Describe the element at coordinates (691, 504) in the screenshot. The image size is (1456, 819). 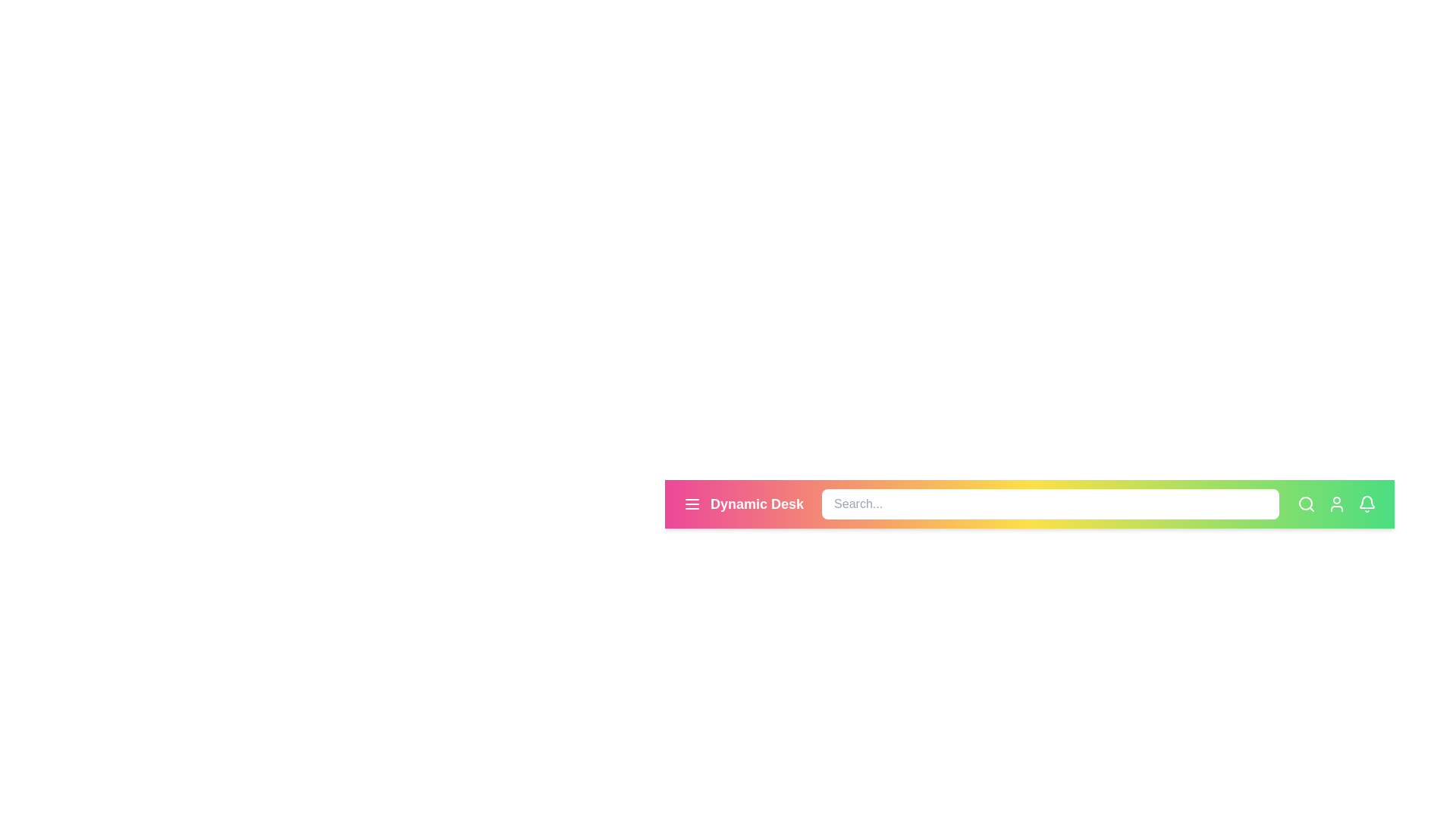
I see `the menu icon to trigger an action` at that location.